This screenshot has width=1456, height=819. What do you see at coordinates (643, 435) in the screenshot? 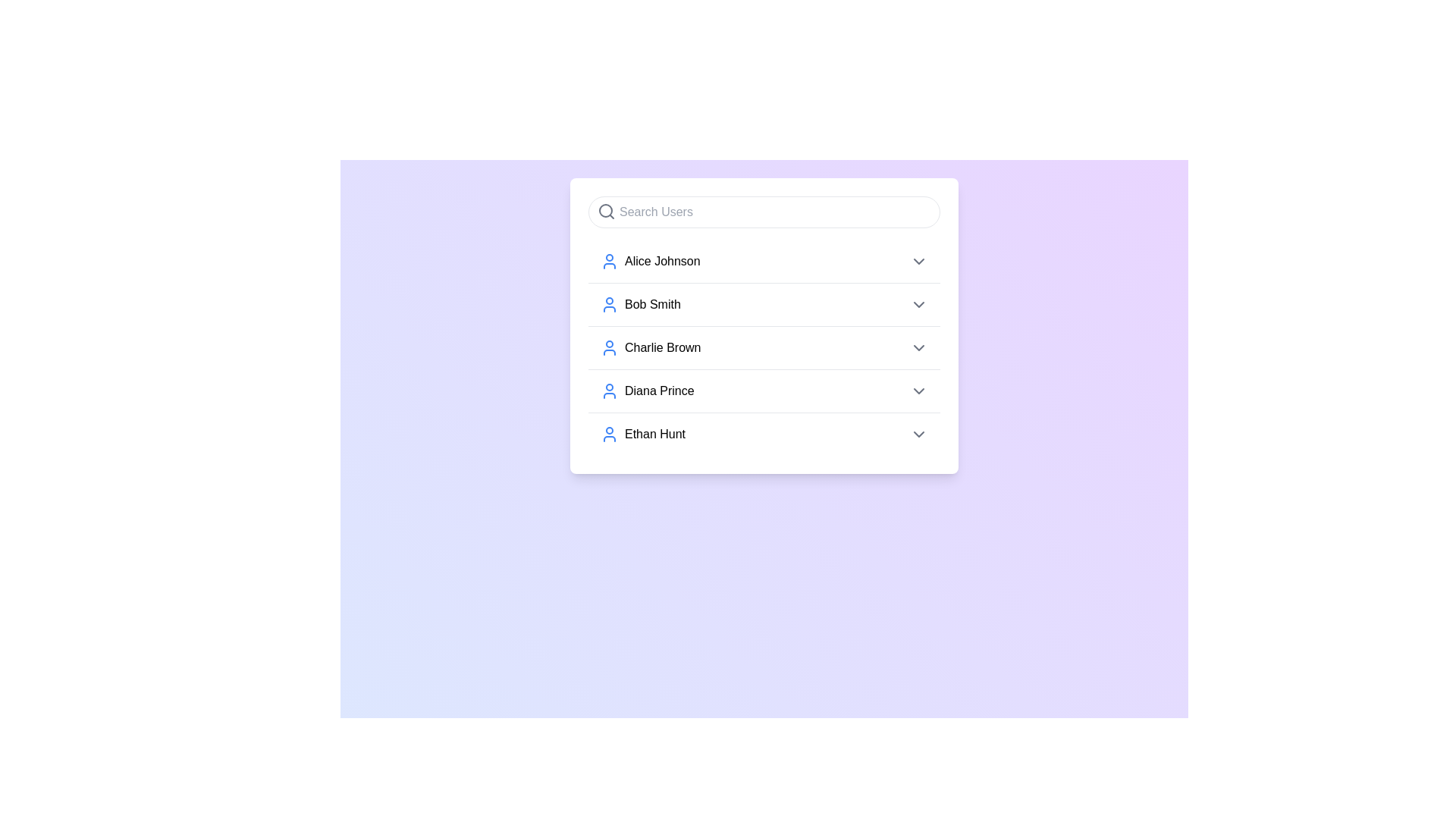
I see `the List item containing the label 'Ethan Hunt' with the user icon` at bounding box center [643, 435].